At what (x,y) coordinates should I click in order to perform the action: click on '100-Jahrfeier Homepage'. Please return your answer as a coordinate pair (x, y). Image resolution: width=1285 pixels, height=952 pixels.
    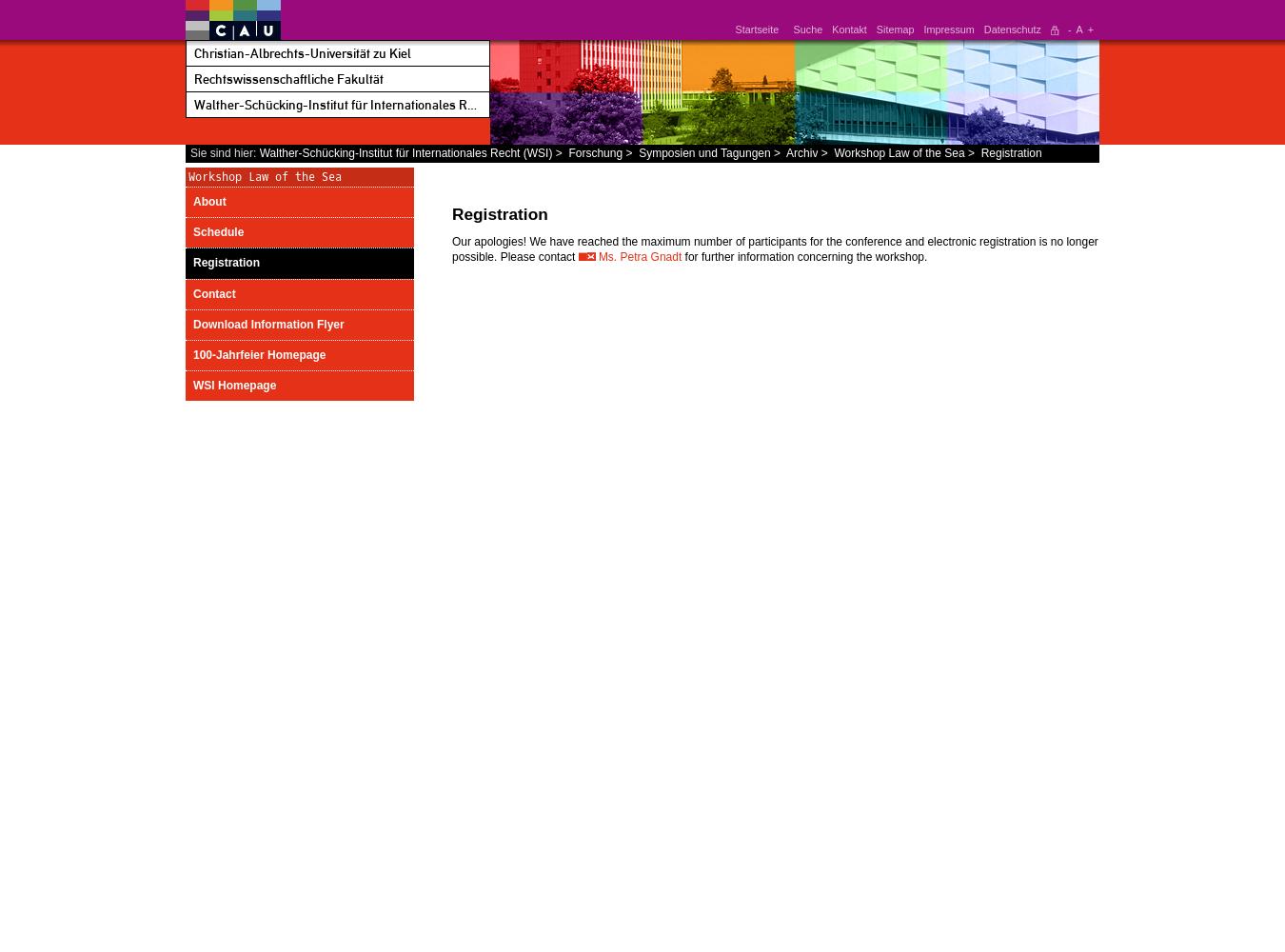
    Looking at the image, I should click on (258, 353).